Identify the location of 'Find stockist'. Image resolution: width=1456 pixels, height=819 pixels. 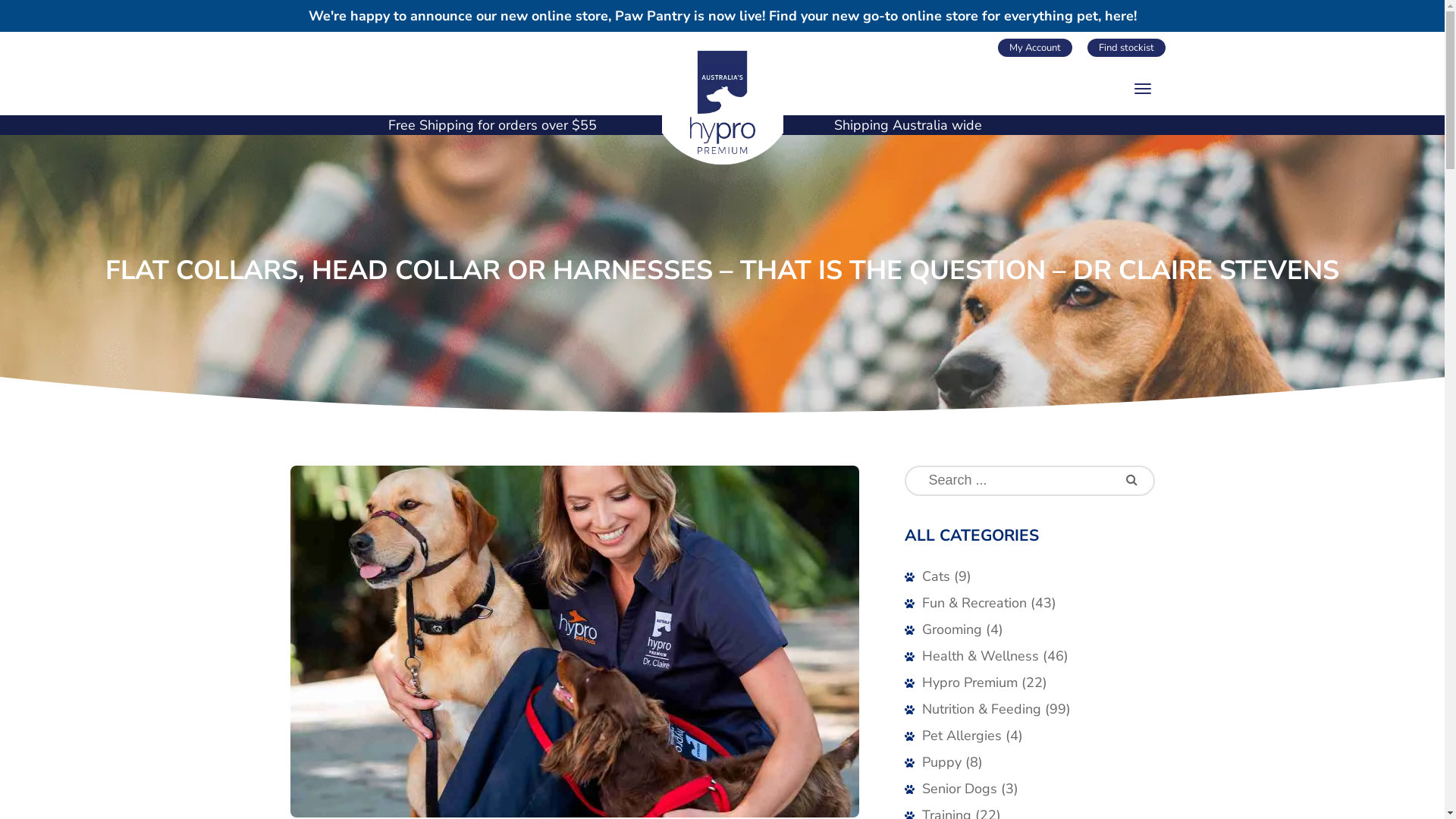
(1126, 46).